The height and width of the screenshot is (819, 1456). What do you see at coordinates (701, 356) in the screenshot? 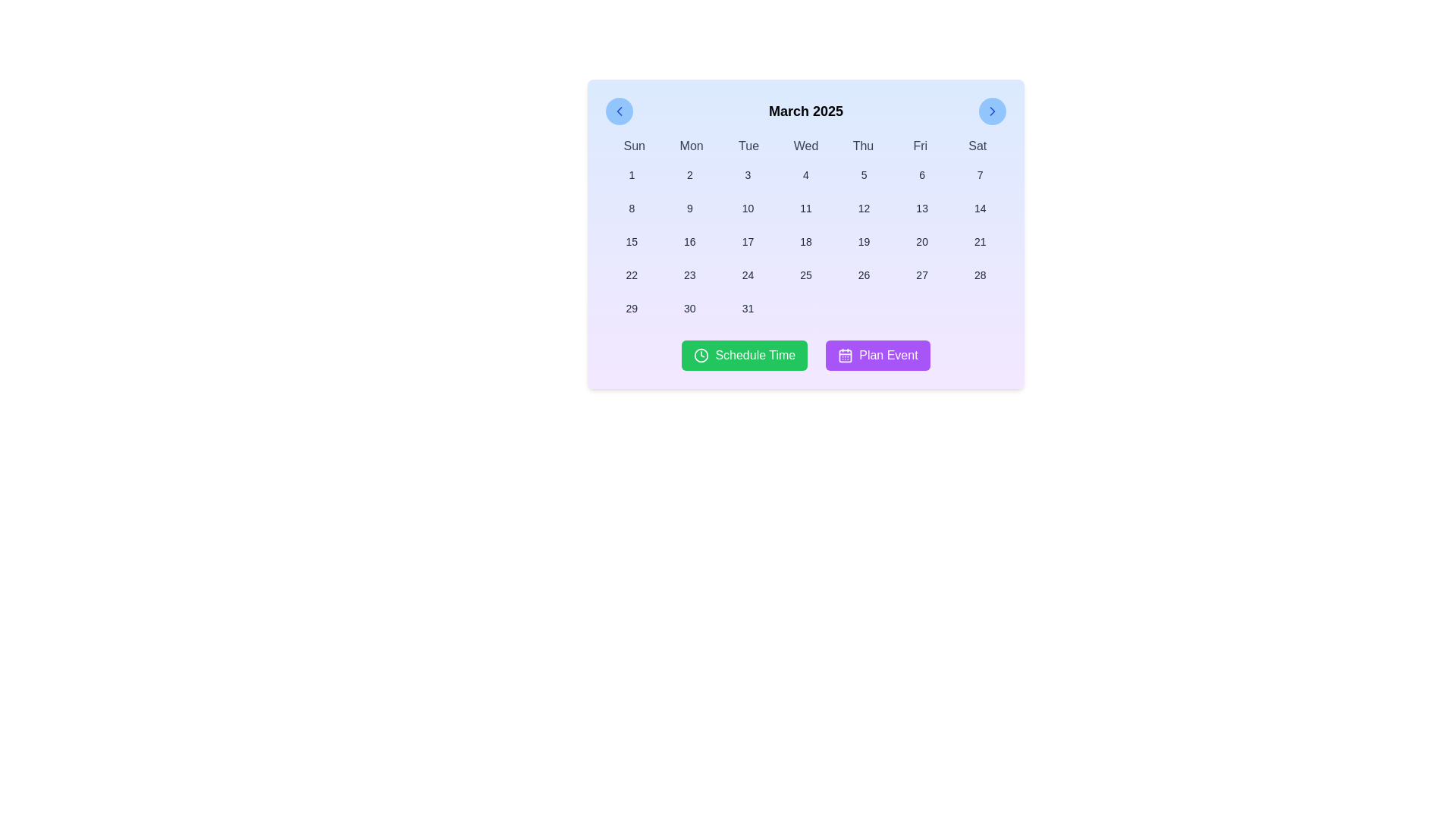
I see `the clock icon located inside the green 'Schedule Time' button at the bottom left of the calendar section for accessibility purposes` at bounding box center [701, 356].